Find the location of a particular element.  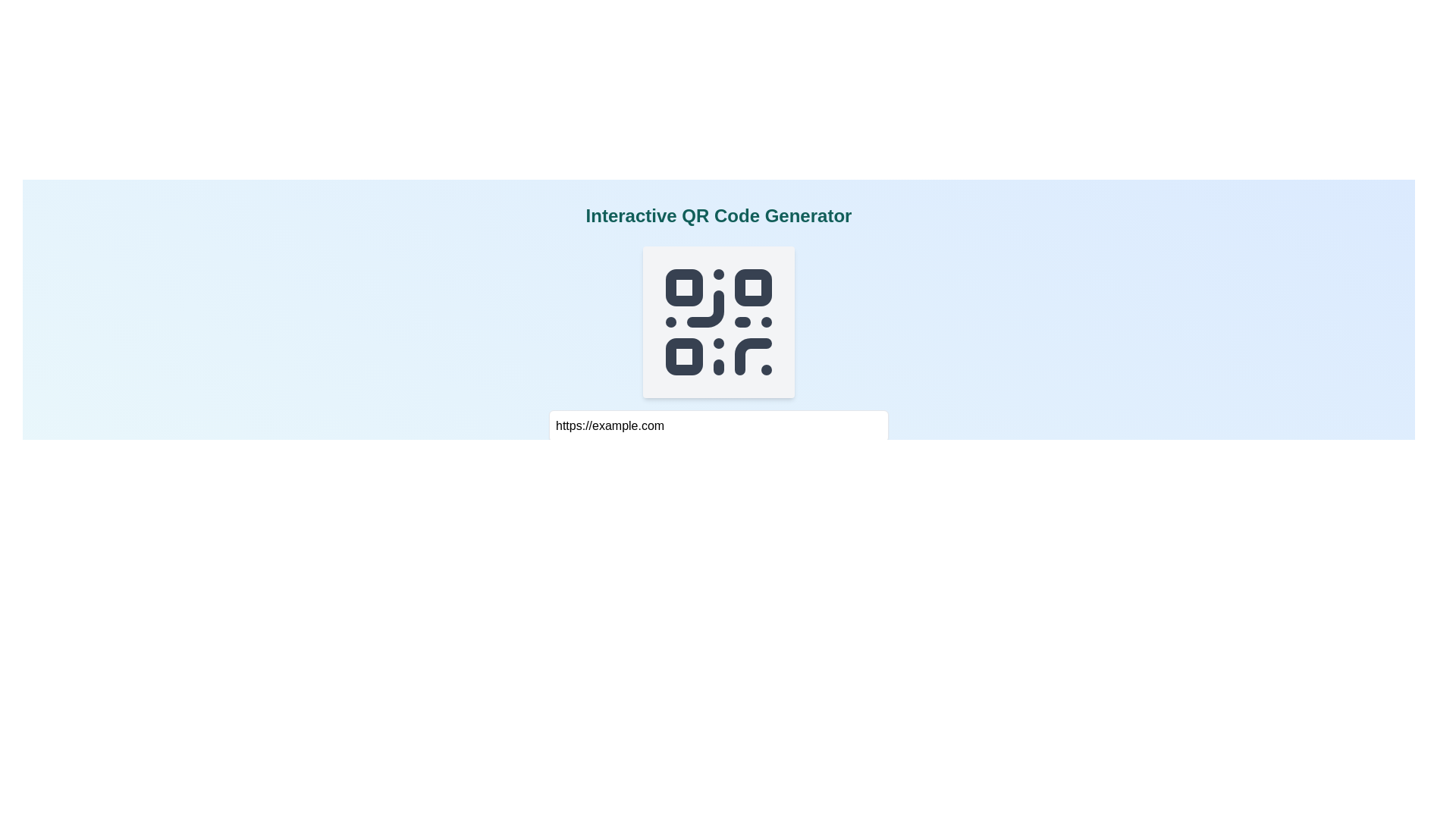

the QR Code Segment located in the second row and second column of the QR code structure is located at coordinates (753, 287).